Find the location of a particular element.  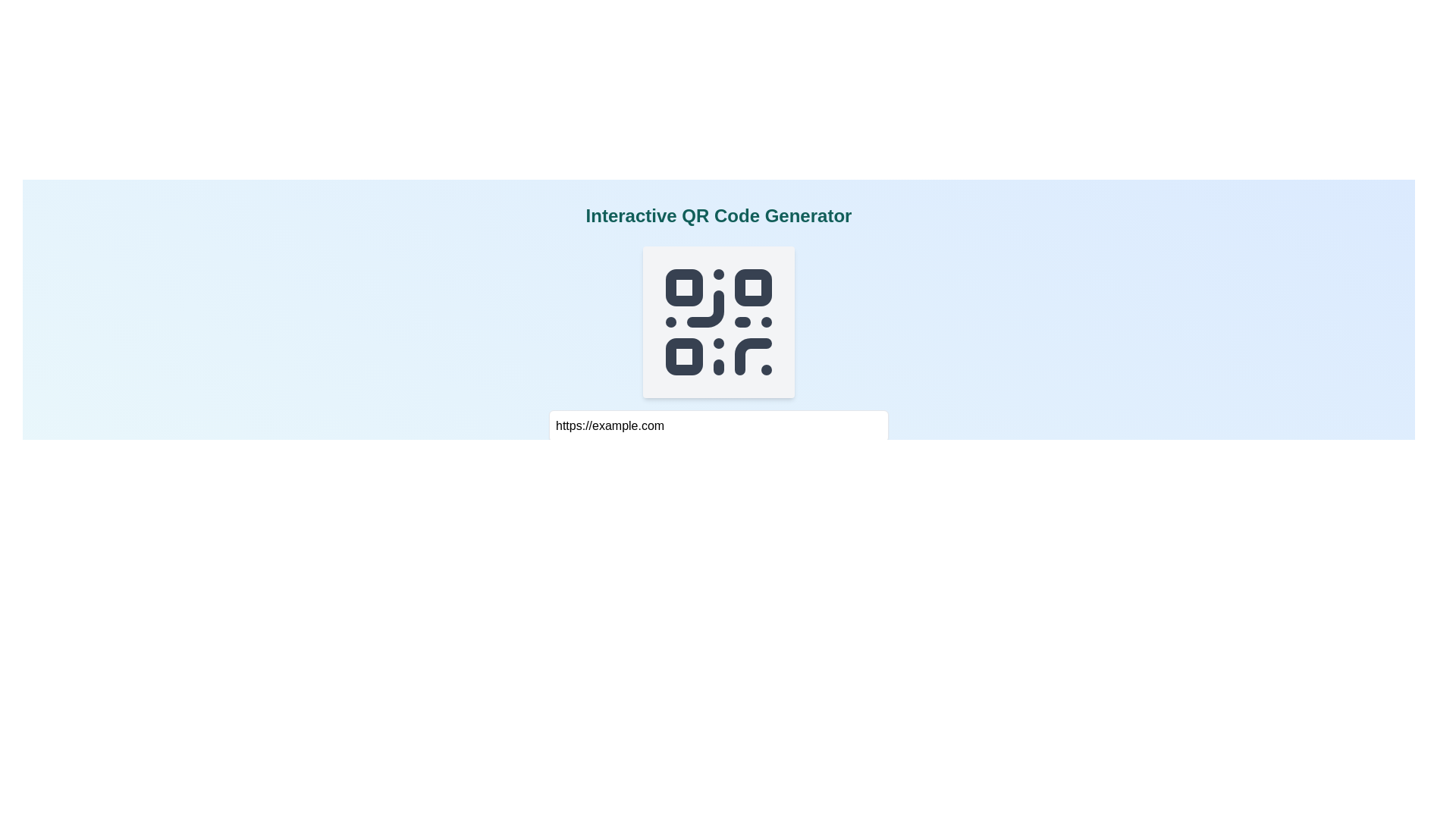

the QR Code Segment located in the second row and second column of the QR code structure is located at coordinates (753, 287).